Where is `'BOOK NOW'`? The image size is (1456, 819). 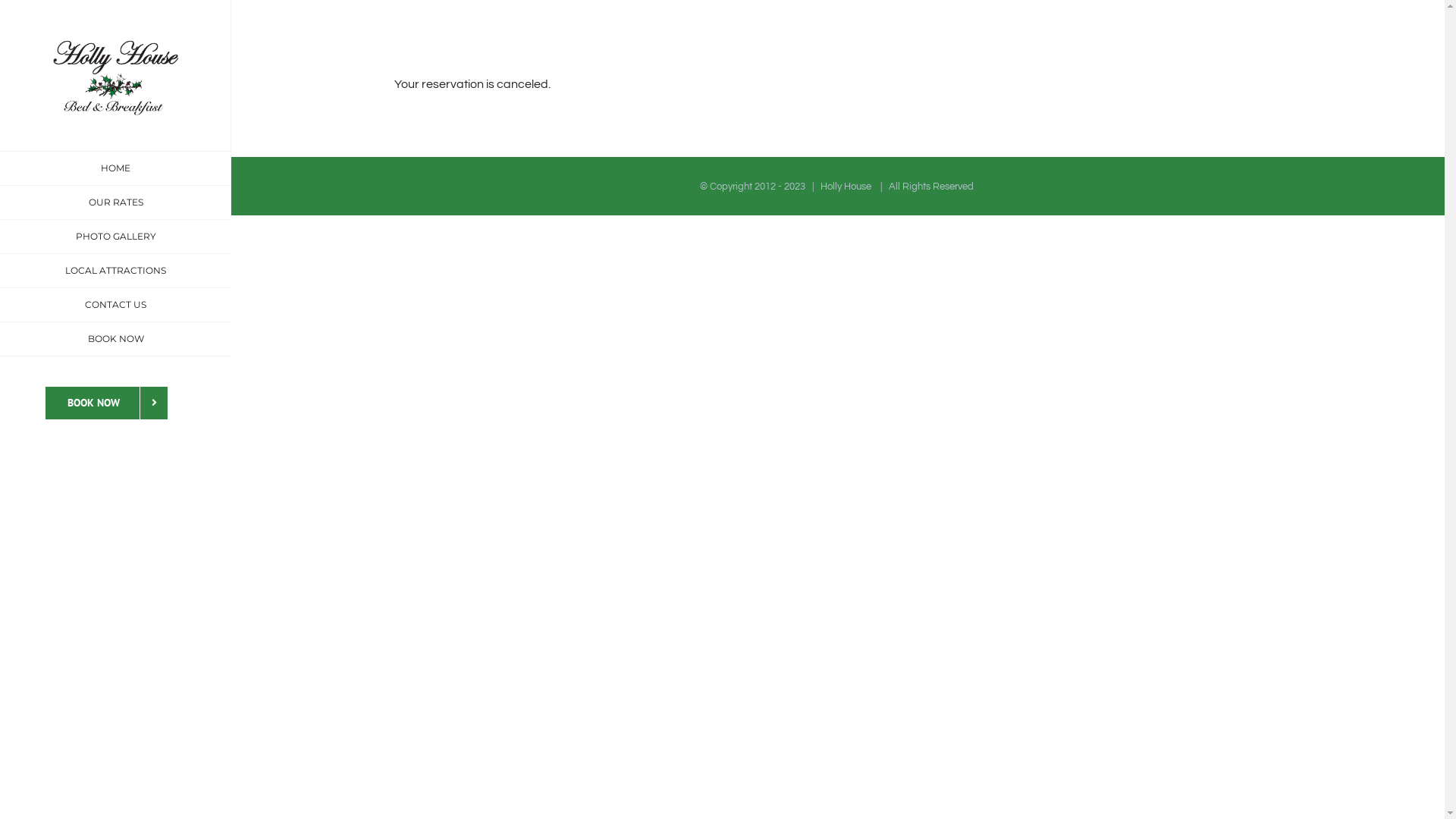 'BOOK NOW' is located at coordinates (105, 402).